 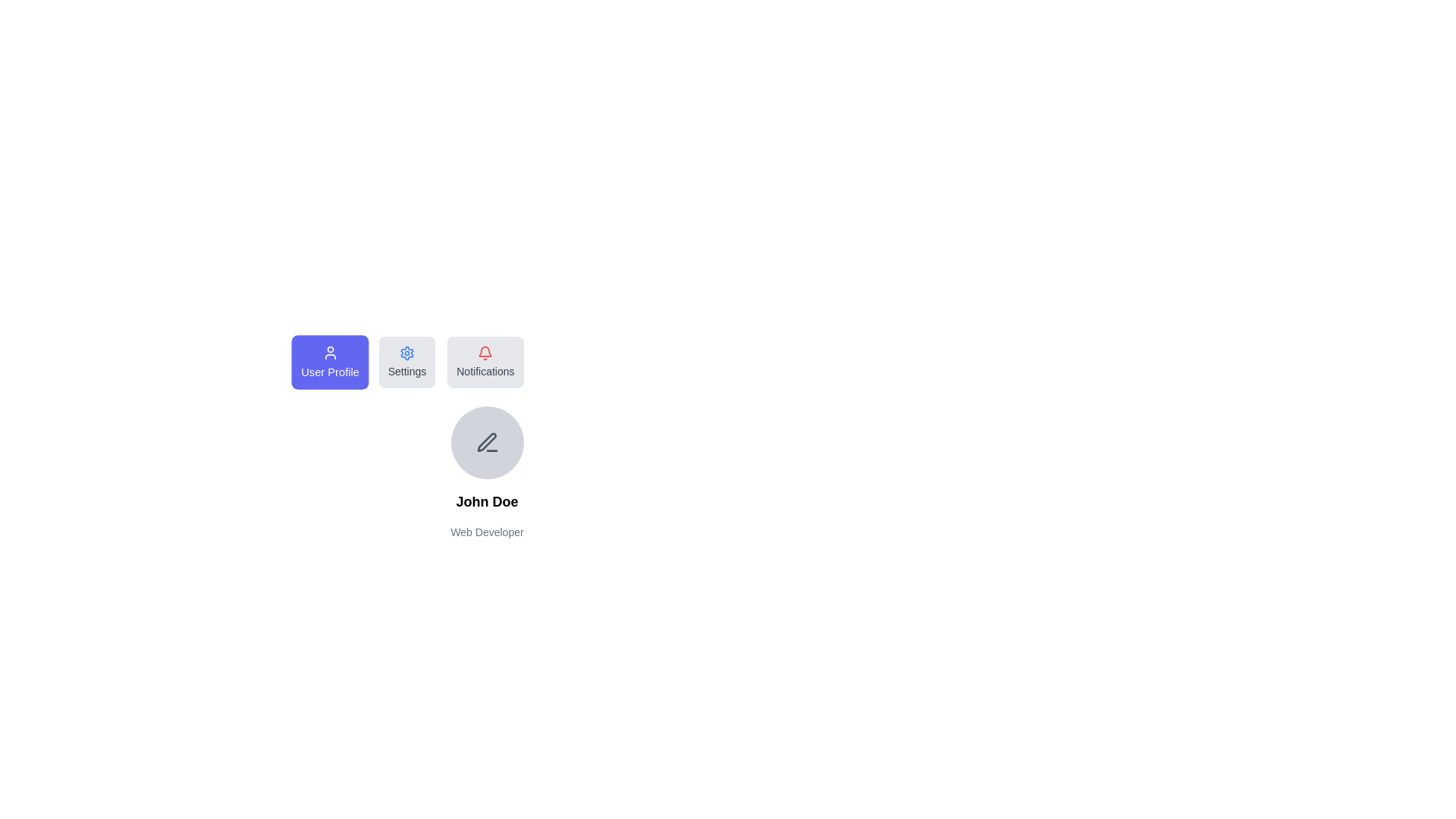 I want to click on the 'Settings' button, which is the second button in a group of three, so click(x=407, y=362).